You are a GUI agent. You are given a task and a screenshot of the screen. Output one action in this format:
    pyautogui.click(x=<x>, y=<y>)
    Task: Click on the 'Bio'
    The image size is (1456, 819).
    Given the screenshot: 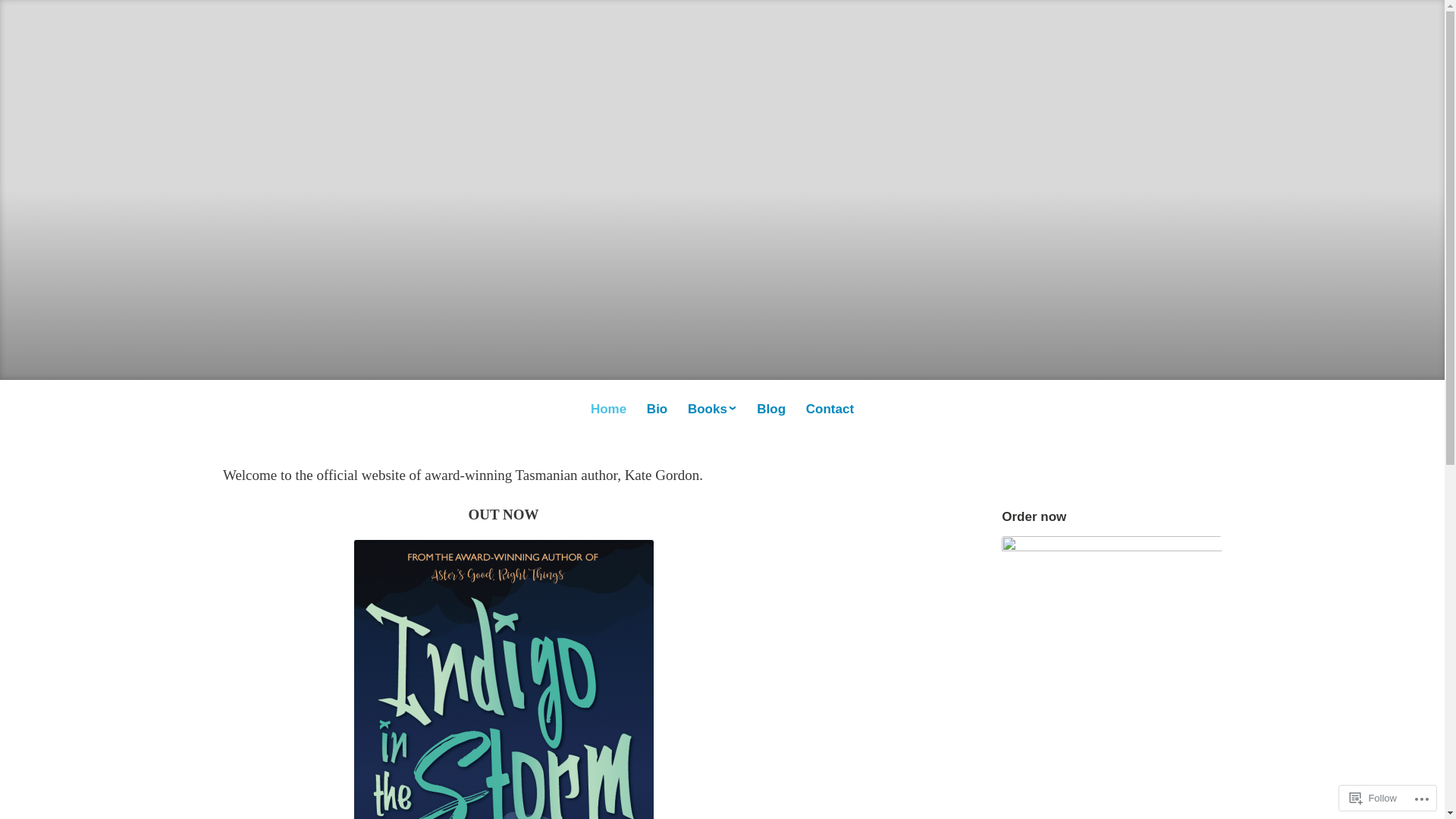 What is the action you would take?
    pyautogui.click(x=656, y=409)
    